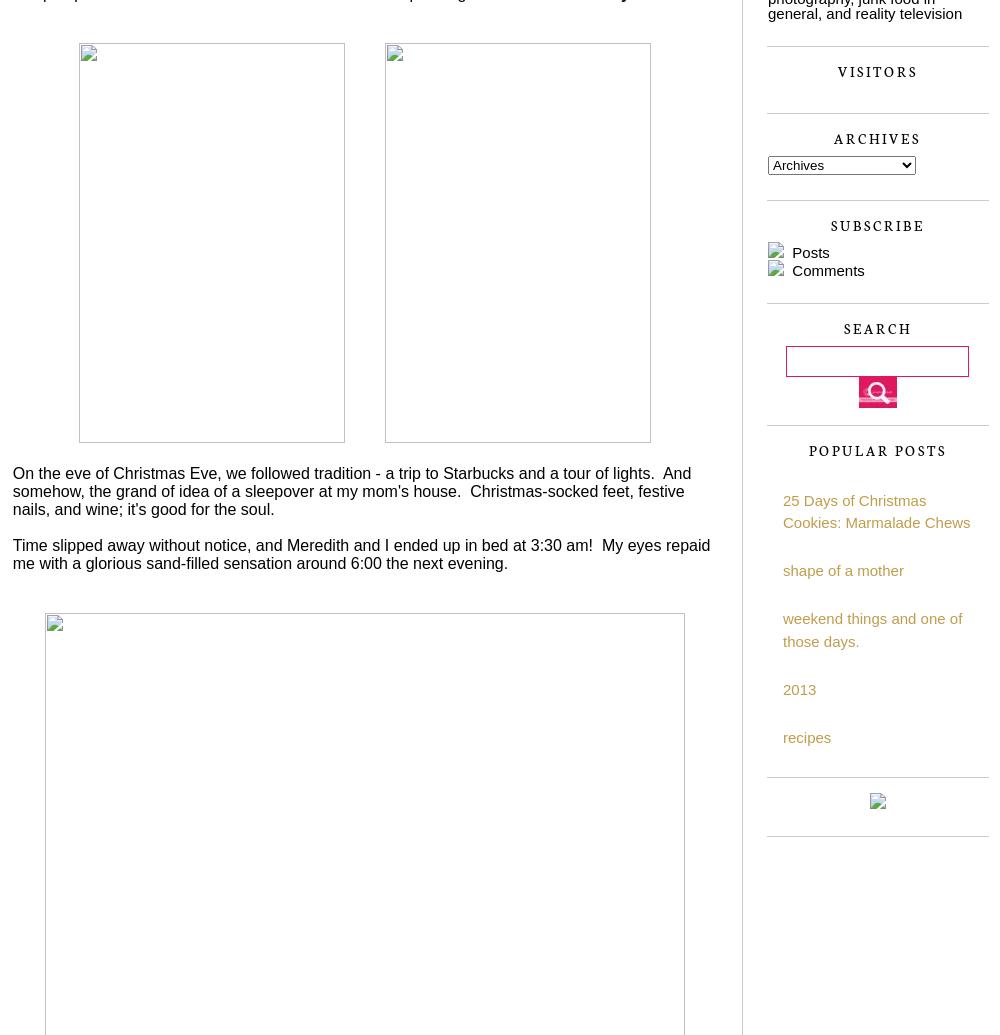 This screenshot has height=1035, width=1000. What do you see at coordinates (836, 70) in the screenshot?
I see `'Visitors'` at bounding box center [836, 70].